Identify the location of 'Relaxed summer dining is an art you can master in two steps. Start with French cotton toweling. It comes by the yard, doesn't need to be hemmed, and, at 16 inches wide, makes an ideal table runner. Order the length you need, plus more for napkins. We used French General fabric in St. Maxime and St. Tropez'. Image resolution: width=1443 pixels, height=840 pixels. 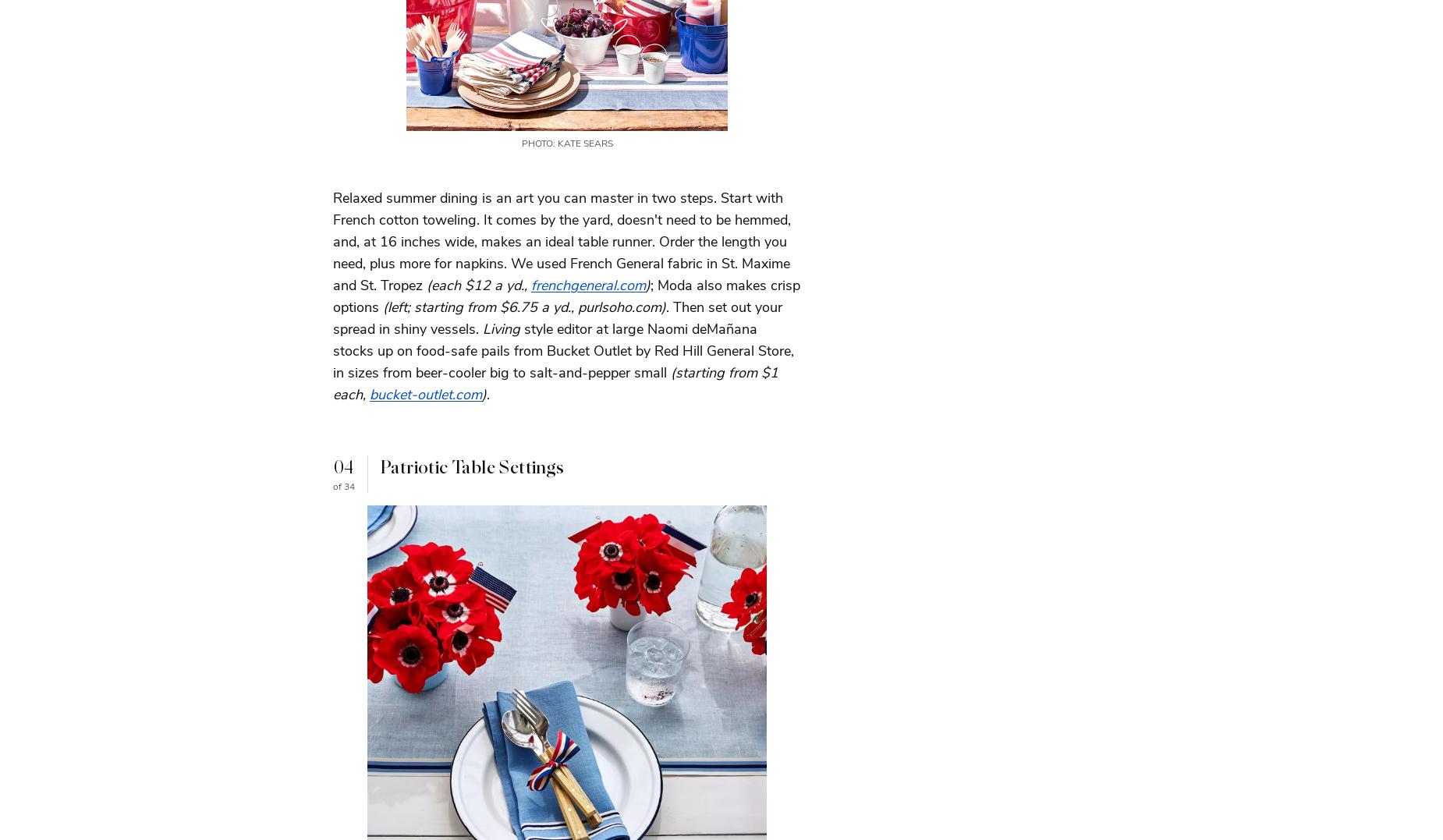
(331, 240).